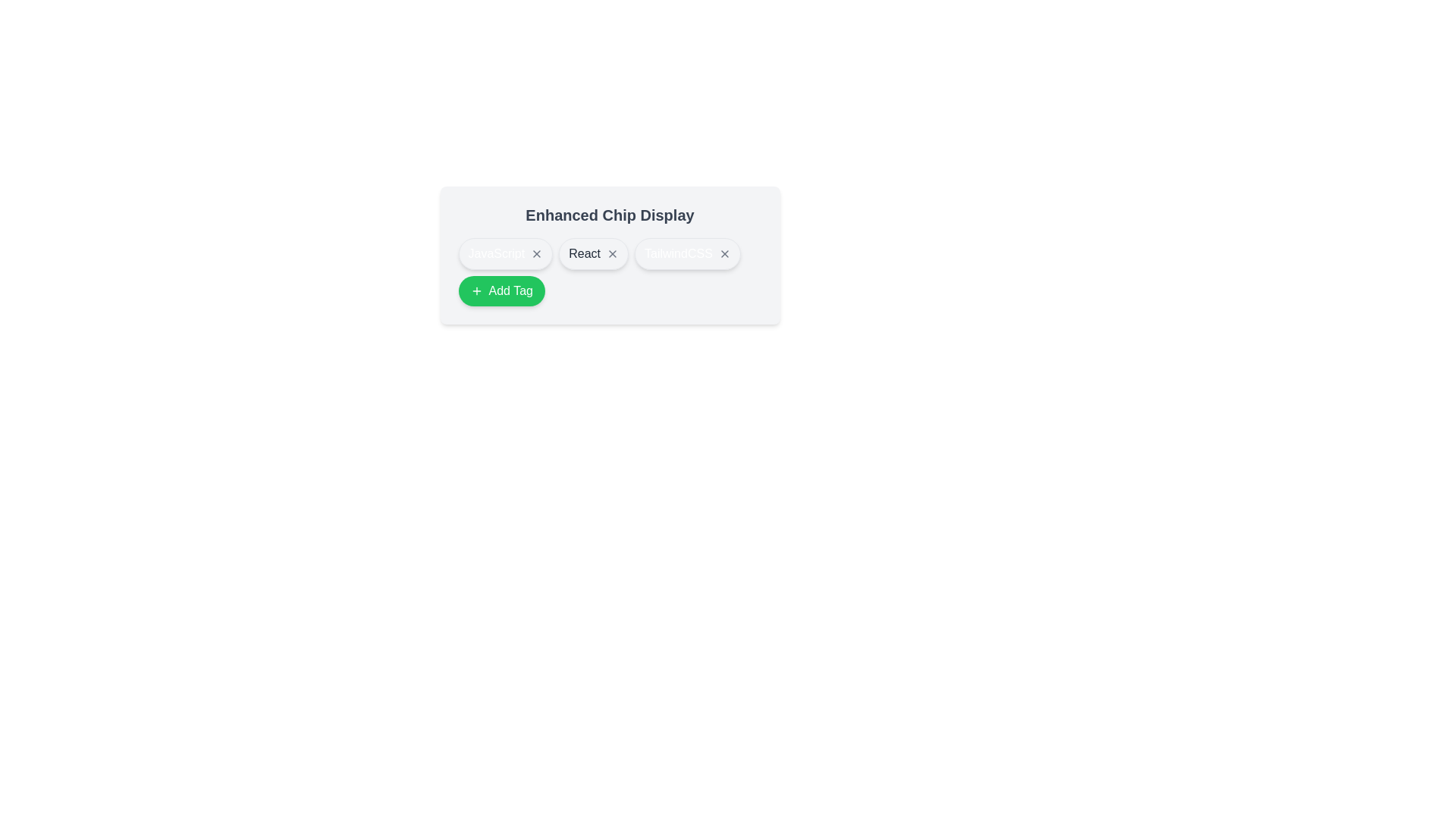 The height and width of the screenshot is (819, 1456). What do you see at coordinates (723, 253) in the screenshot?
I see `the tag by clicking on the close icon of the tag with text TailwindCSS` at bounding box center [723, 253].